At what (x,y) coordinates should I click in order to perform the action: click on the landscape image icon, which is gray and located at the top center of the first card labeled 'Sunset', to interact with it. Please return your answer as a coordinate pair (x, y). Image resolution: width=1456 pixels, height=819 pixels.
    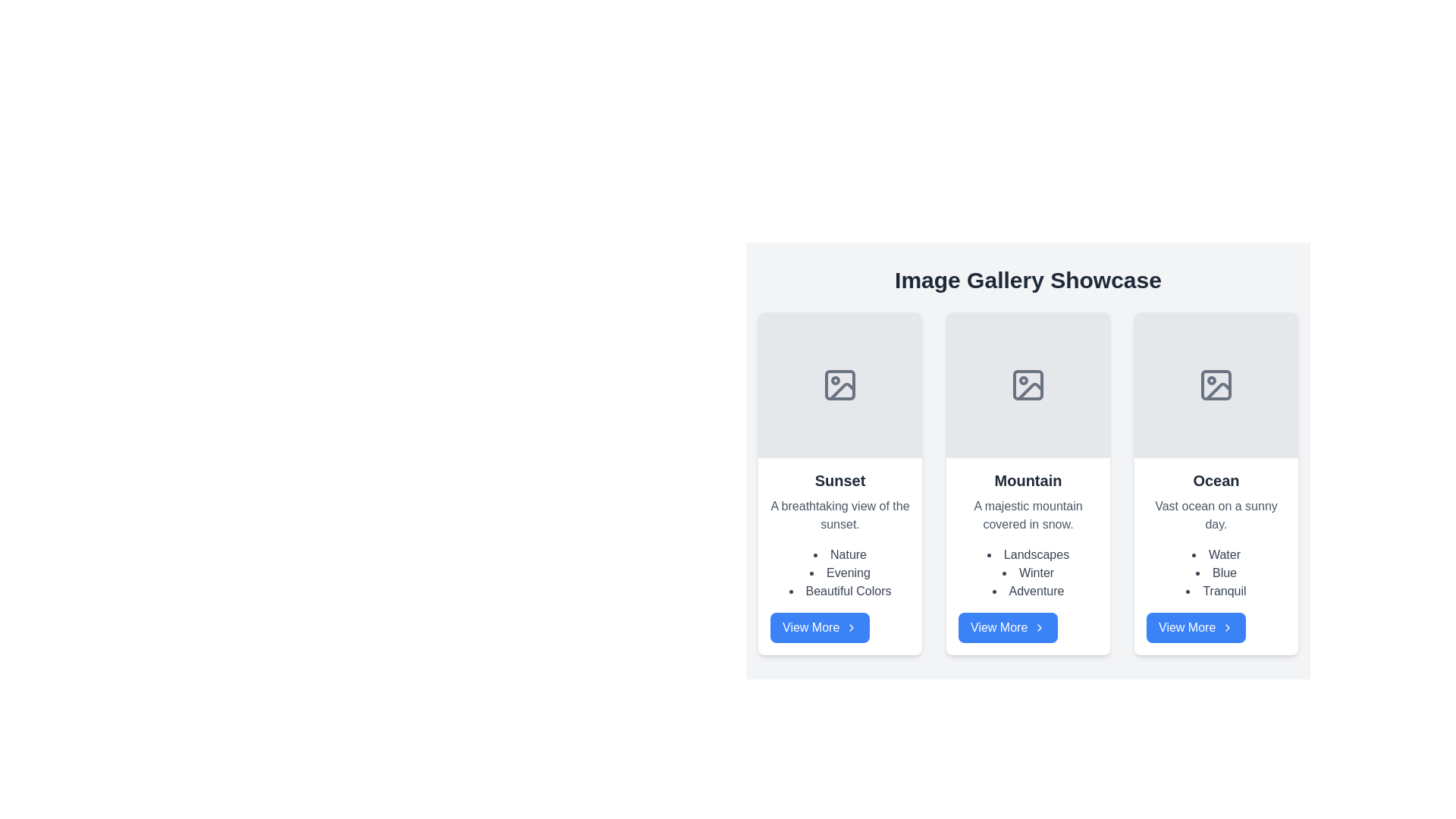
    Looking at the image, I should click on (839, 384).